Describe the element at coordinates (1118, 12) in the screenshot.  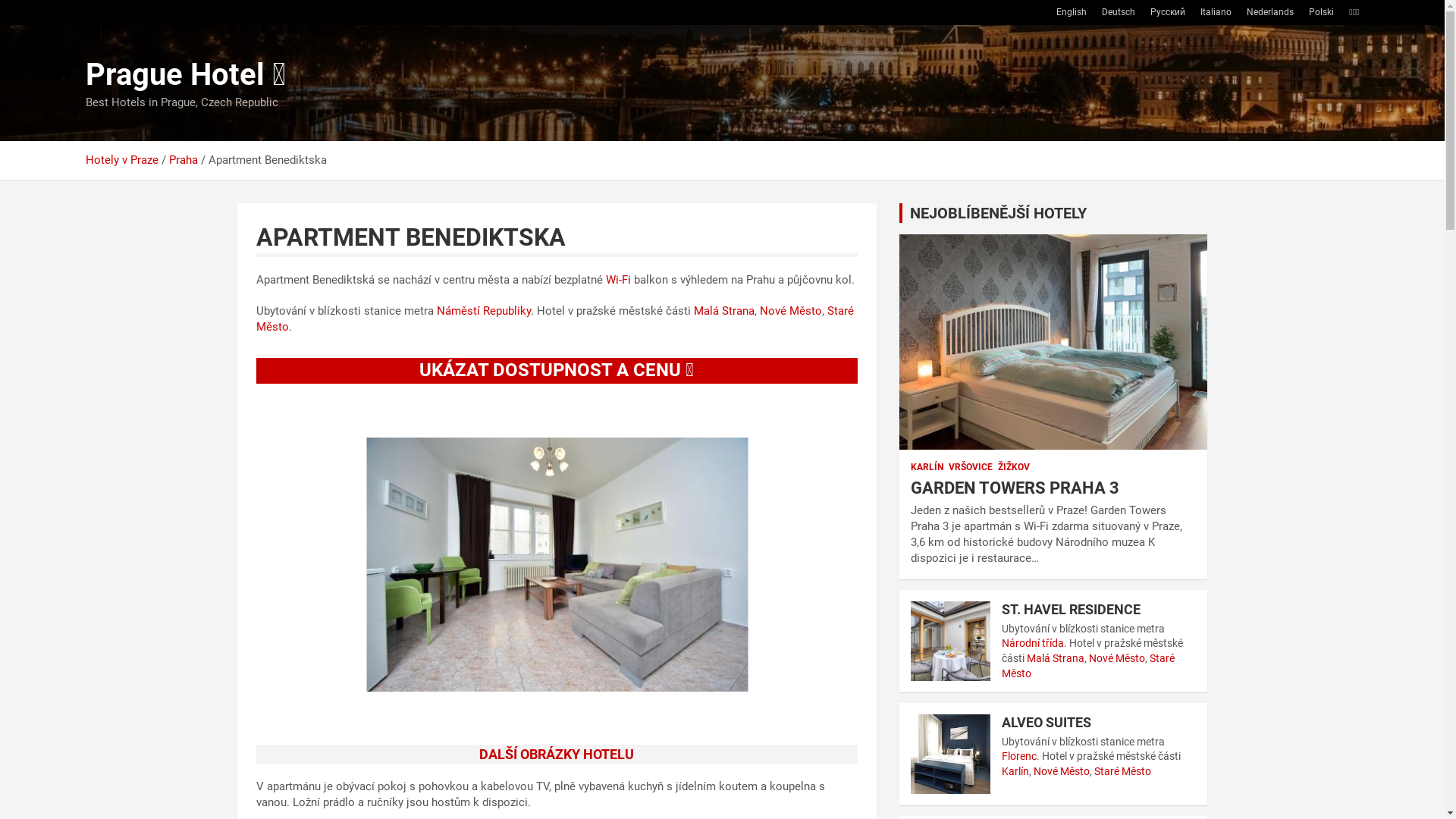
I see `'Deutsch'` at that location.